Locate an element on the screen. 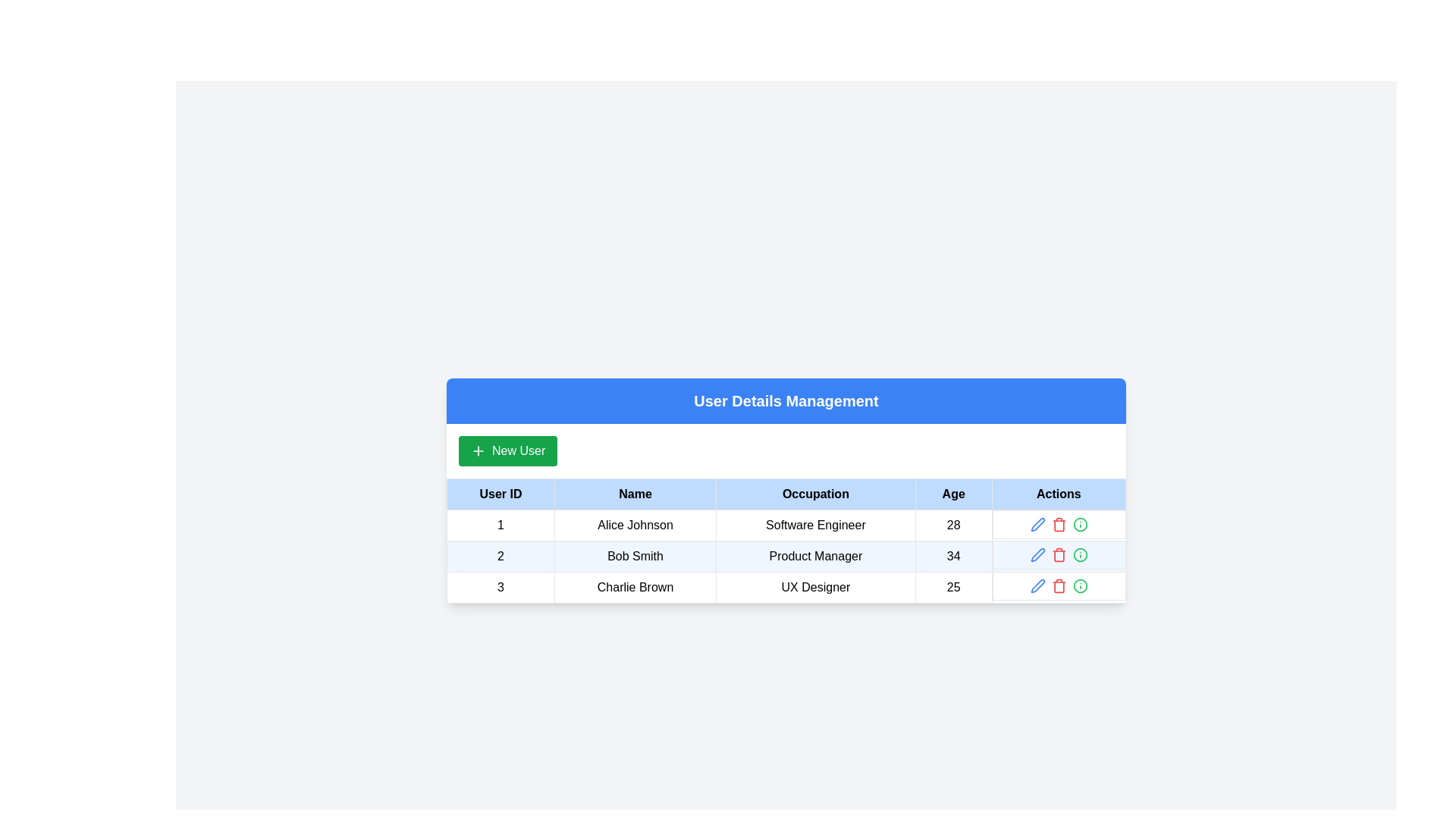  the trash can icon button located in the last row of the table under the 'Actions' column for 'Charlie Brown - UX Designer' to initiate deletion is located at coordinates (1058, 586).